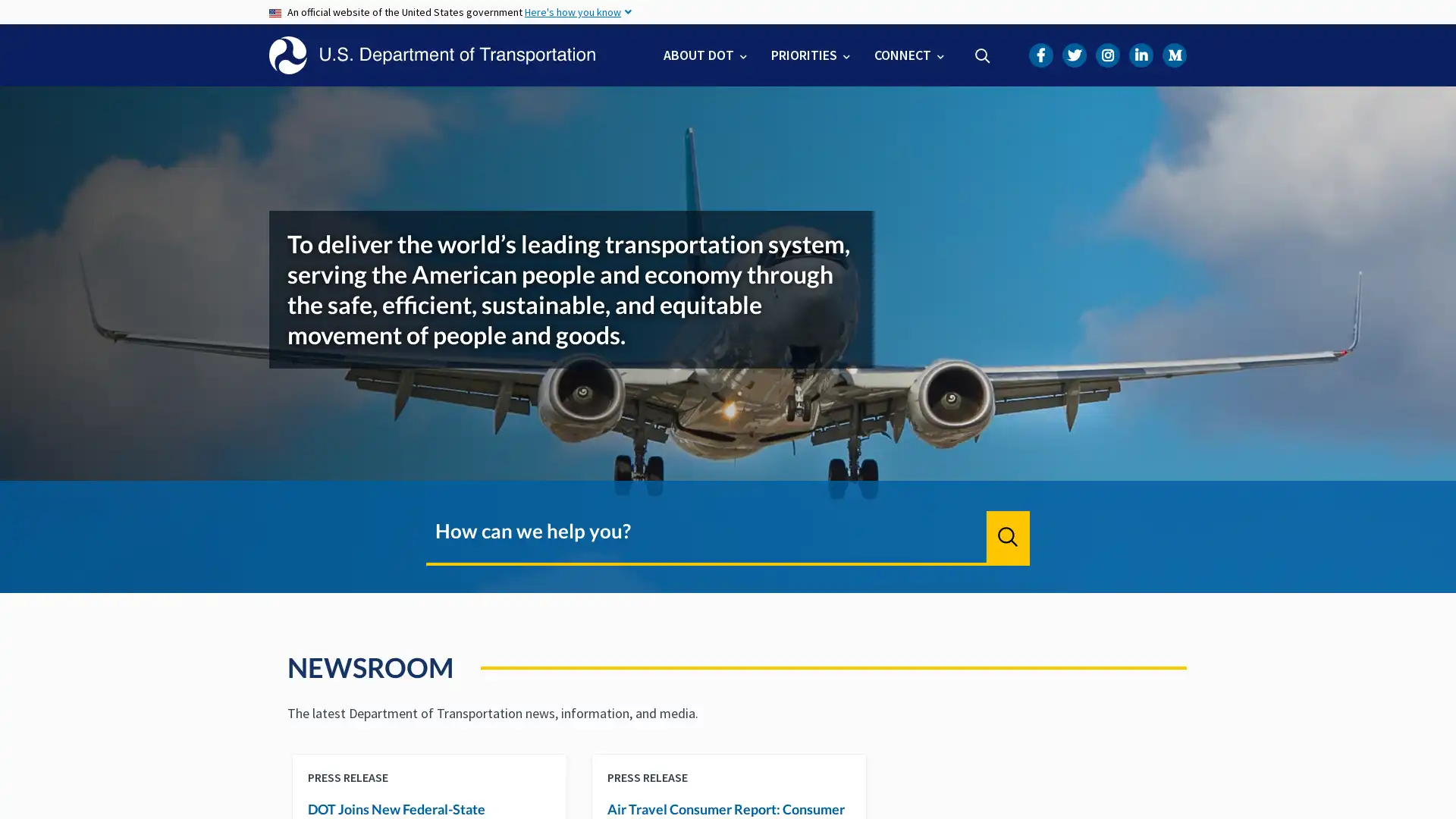  I want to click on Here's how you know, so click(577, 12).